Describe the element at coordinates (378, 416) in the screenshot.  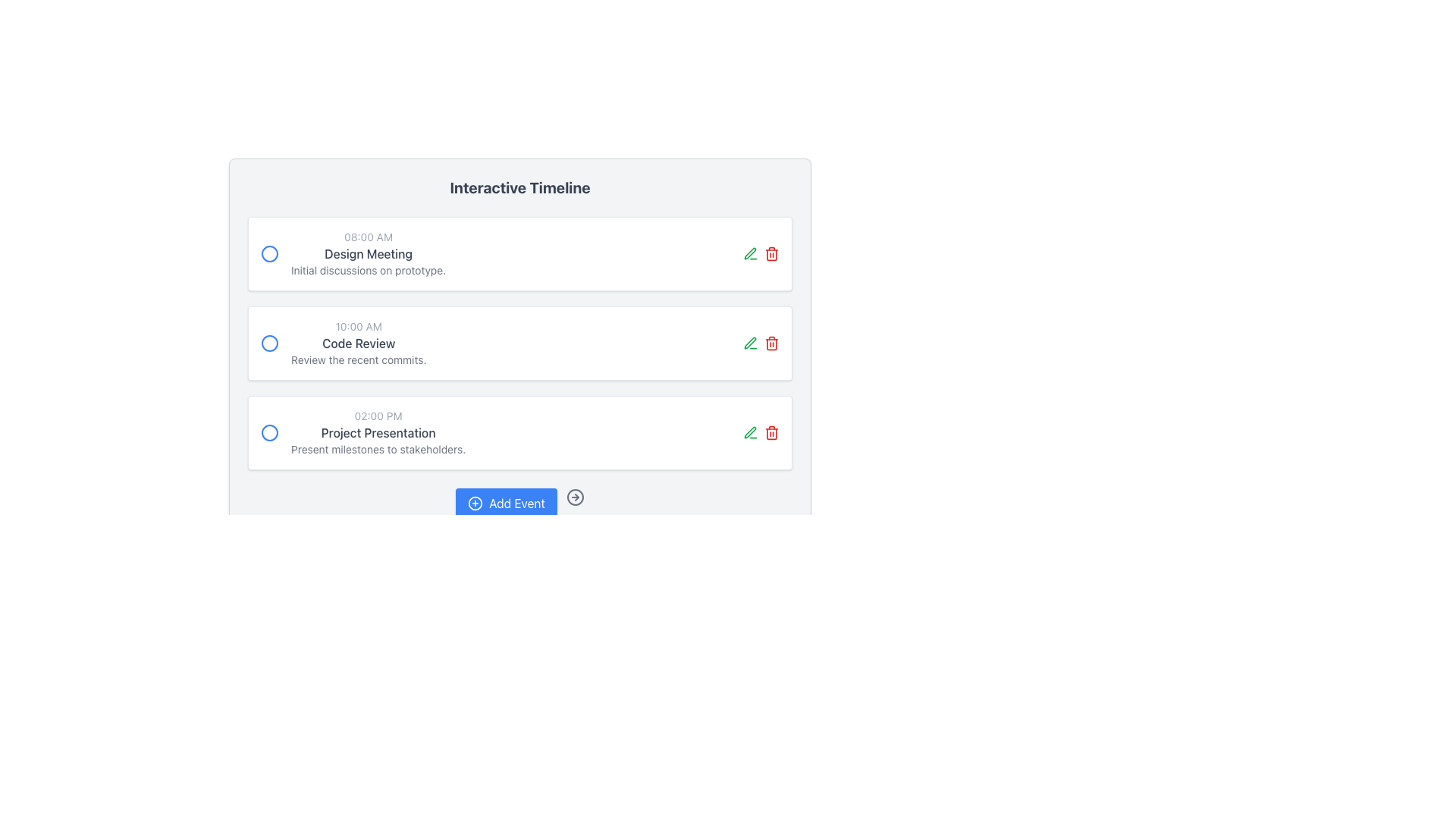
I see `the text label displaying '02:00 PM' in light gray color, located in the top-left section of the 'Project Presentation' event card` at that location.